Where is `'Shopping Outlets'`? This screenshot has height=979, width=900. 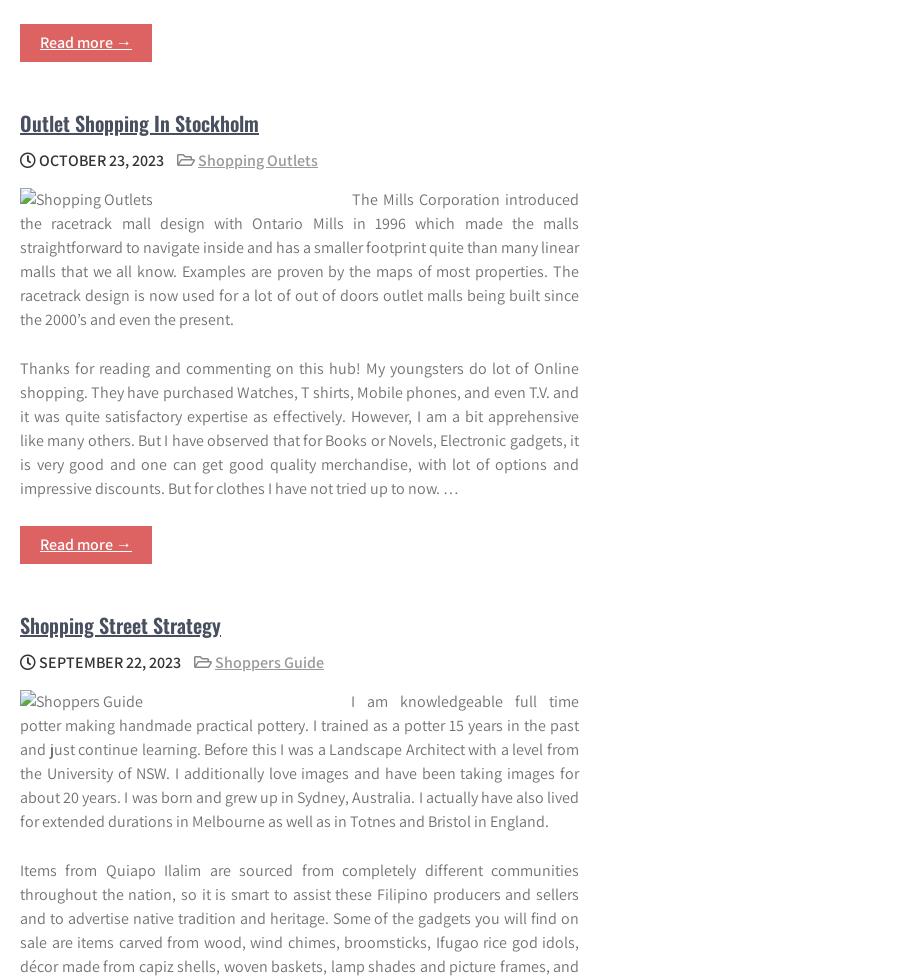 'Shopping Outlets' is located at coordinates (257, 159).